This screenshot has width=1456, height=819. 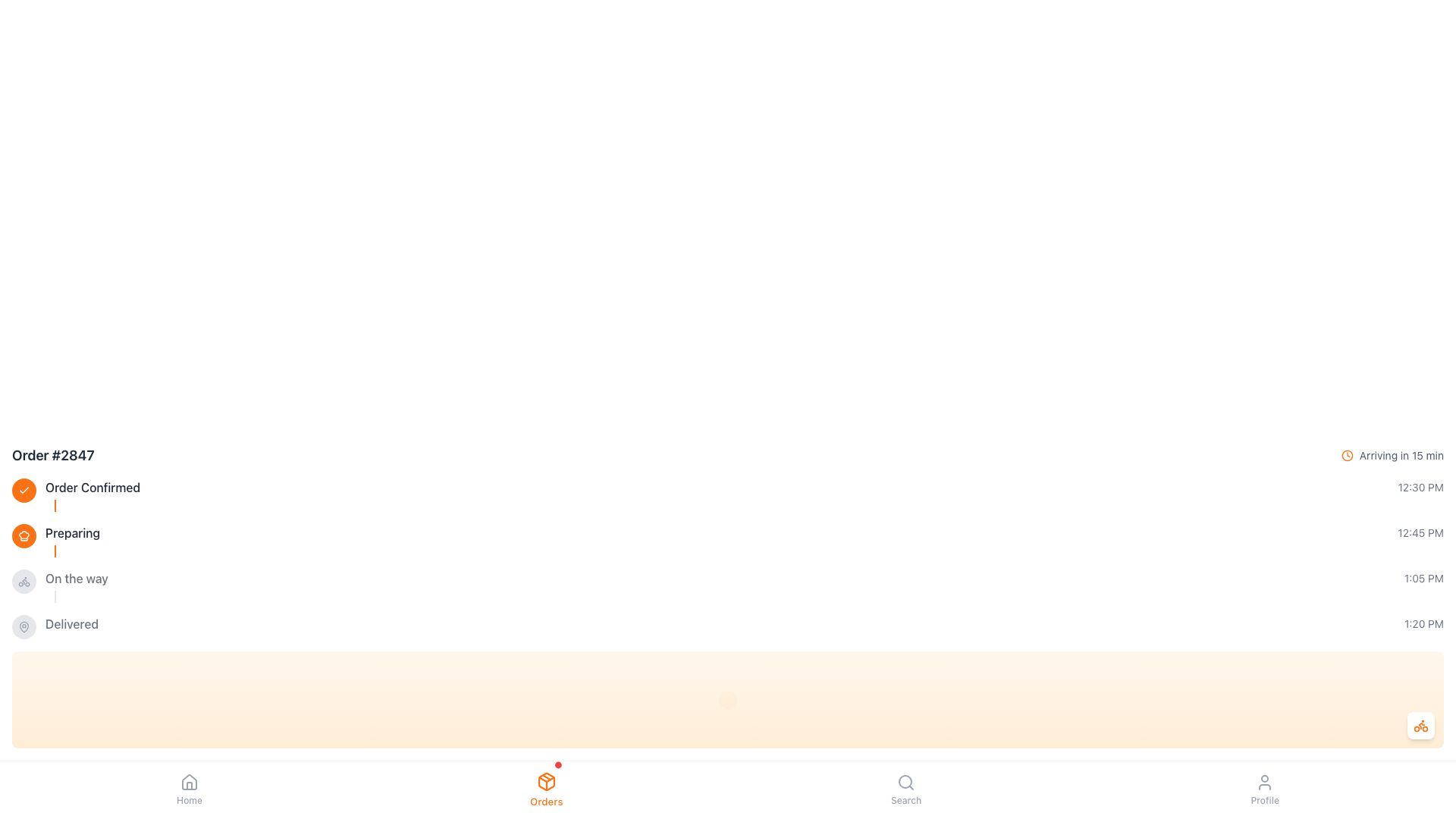 I want to click on the circular icon with a light gray background and bike symbol, which is the third status item labeled 'On the way' in the order statuses list for 'Order #2847', so click(x=24, y=581).